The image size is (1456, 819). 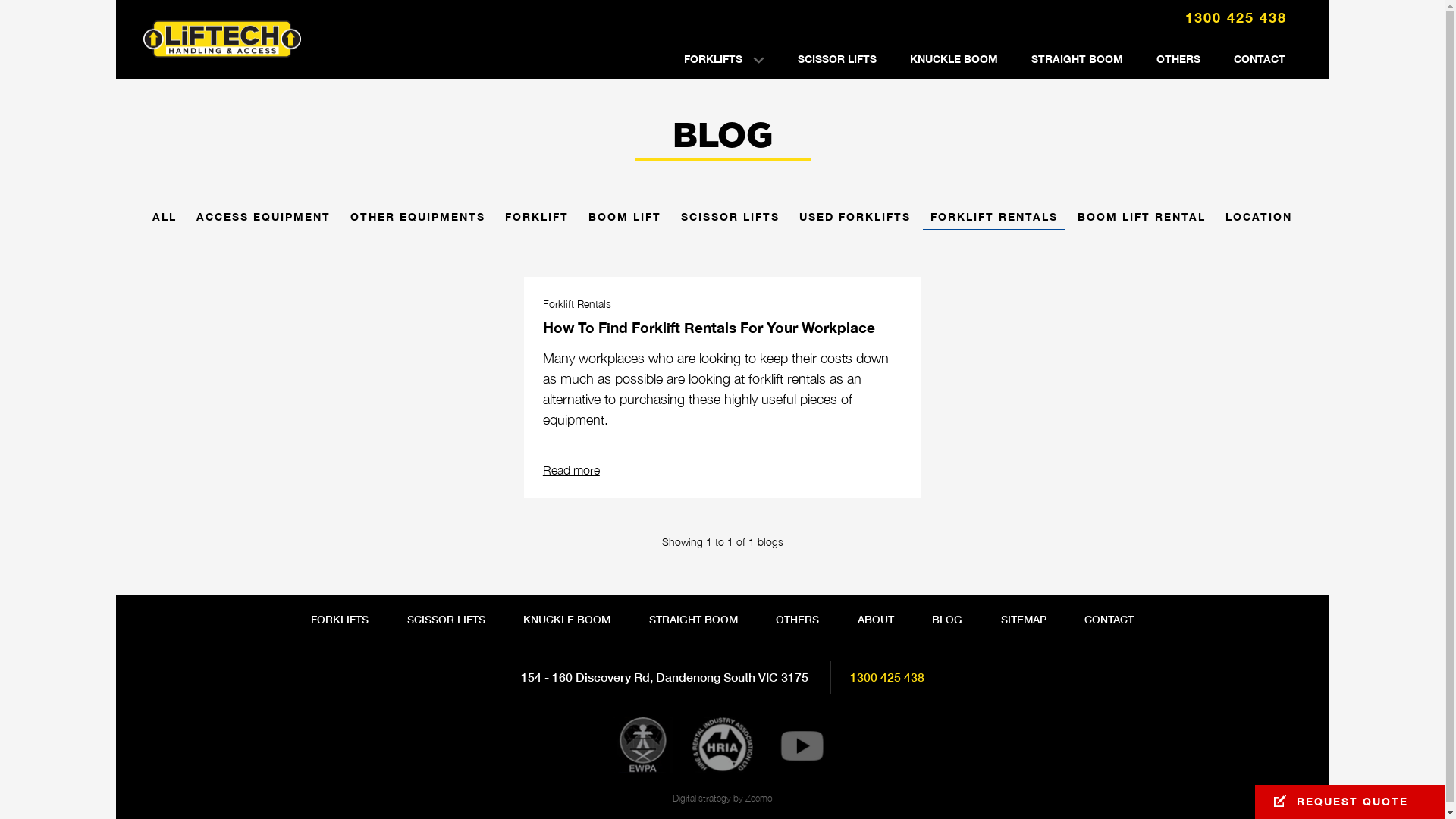 I want to click on 'LOCATION', so click(x=1259, y=219).